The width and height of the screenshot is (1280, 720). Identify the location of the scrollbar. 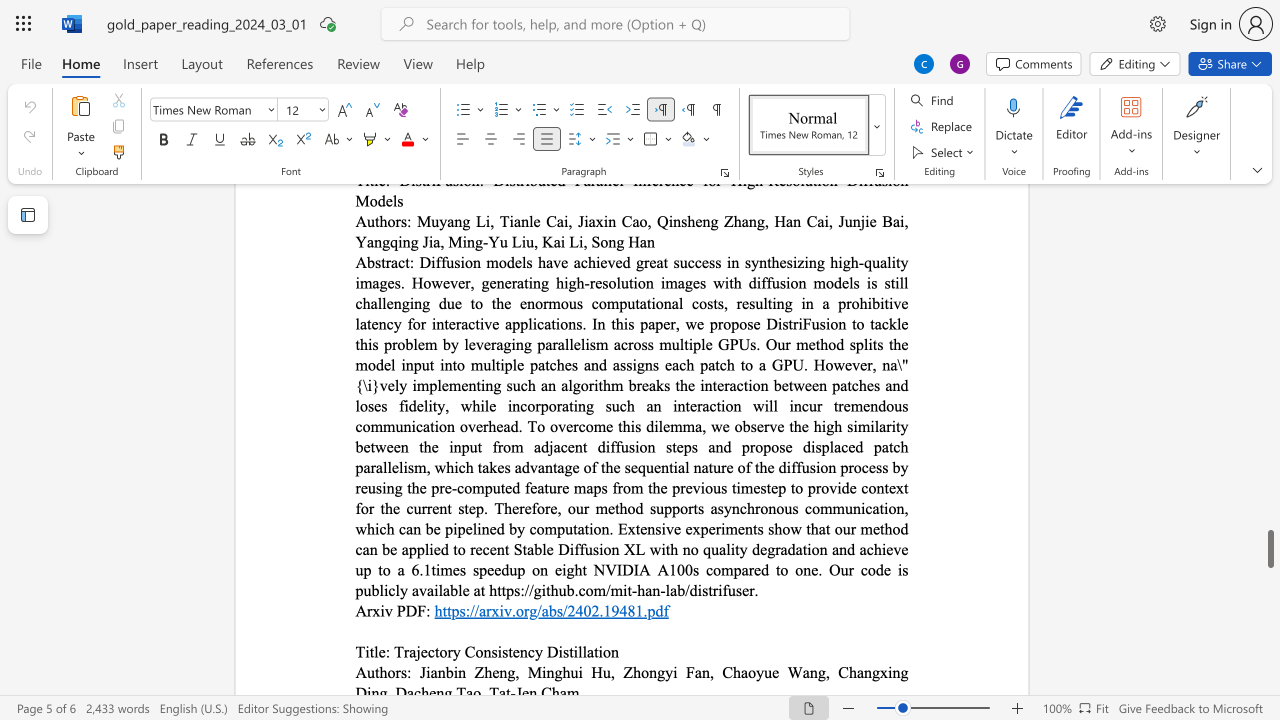
(1269, 390).